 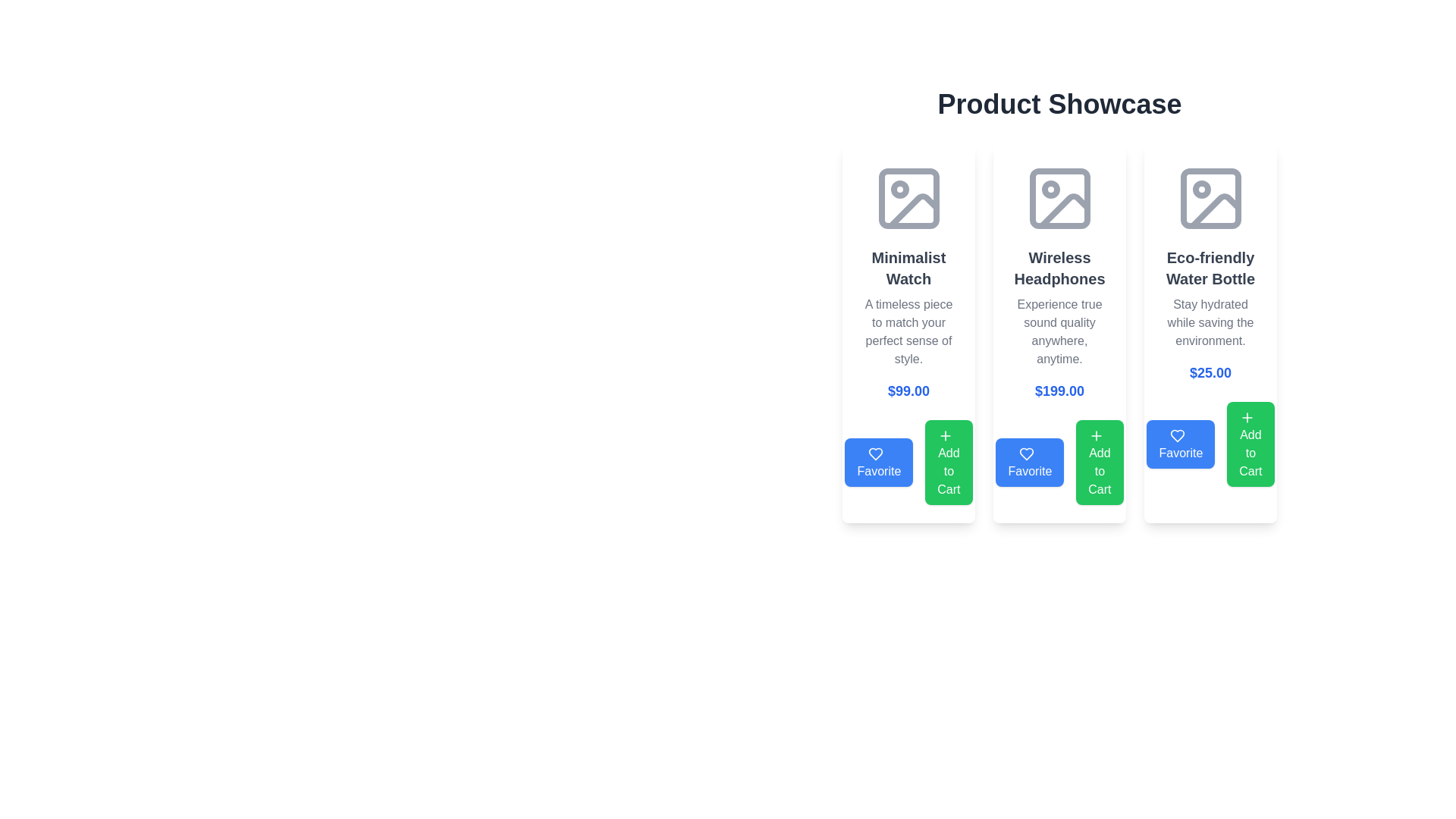 What do you see at coordinates (1210, 373) in the screenshot?
I see `the price indicator text label displaying '$25.00' in a blue, bold, and large font, located beneath the product description for 'Eco-friendly Water Bottle'` at bounding box center [1210, 373].